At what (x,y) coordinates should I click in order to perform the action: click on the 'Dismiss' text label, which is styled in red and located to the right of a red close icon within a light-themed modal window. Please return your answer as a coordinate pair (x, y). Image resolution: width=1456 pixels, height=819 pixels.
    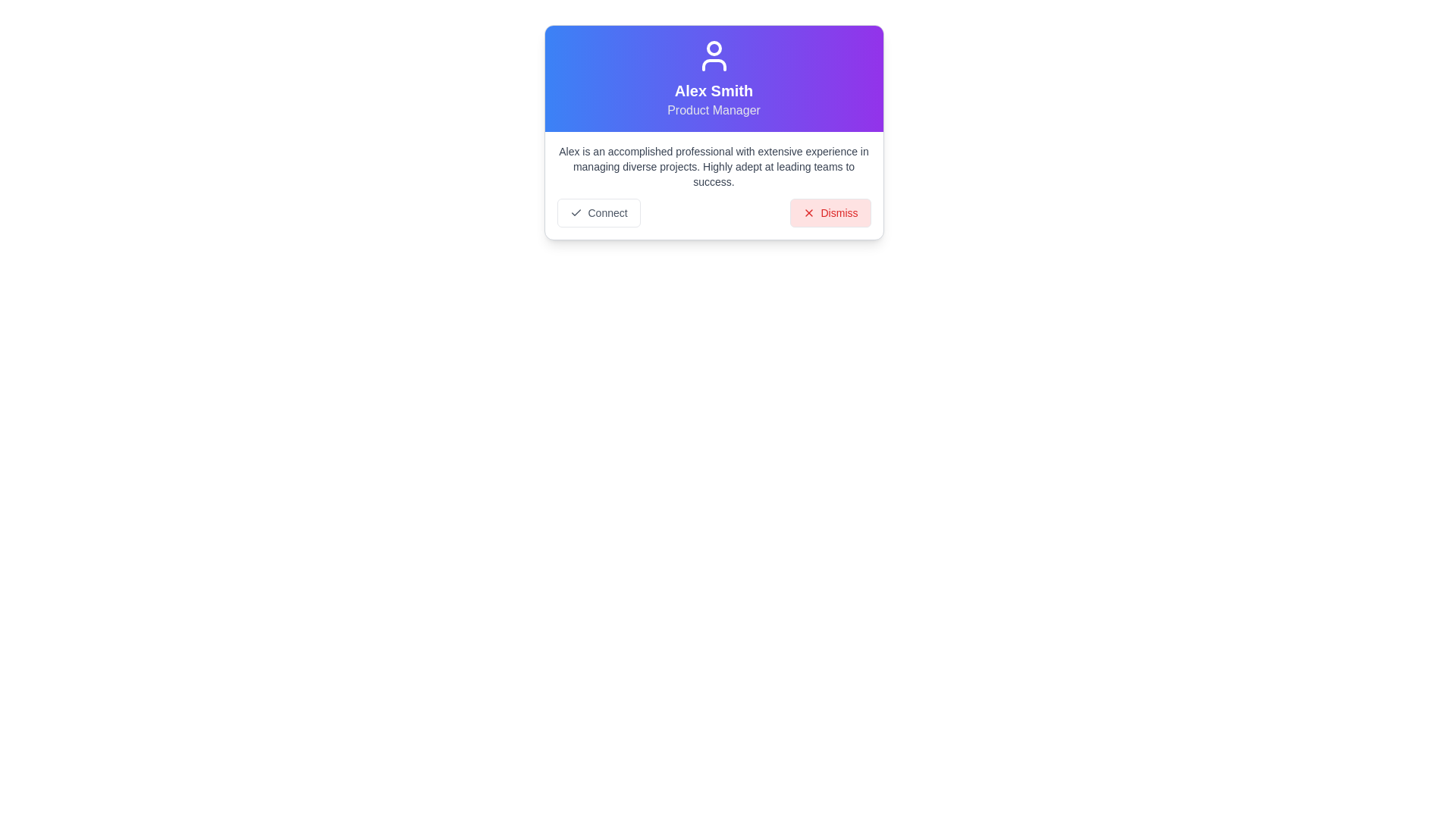
    Looking at the image, I should click on (839, 213).